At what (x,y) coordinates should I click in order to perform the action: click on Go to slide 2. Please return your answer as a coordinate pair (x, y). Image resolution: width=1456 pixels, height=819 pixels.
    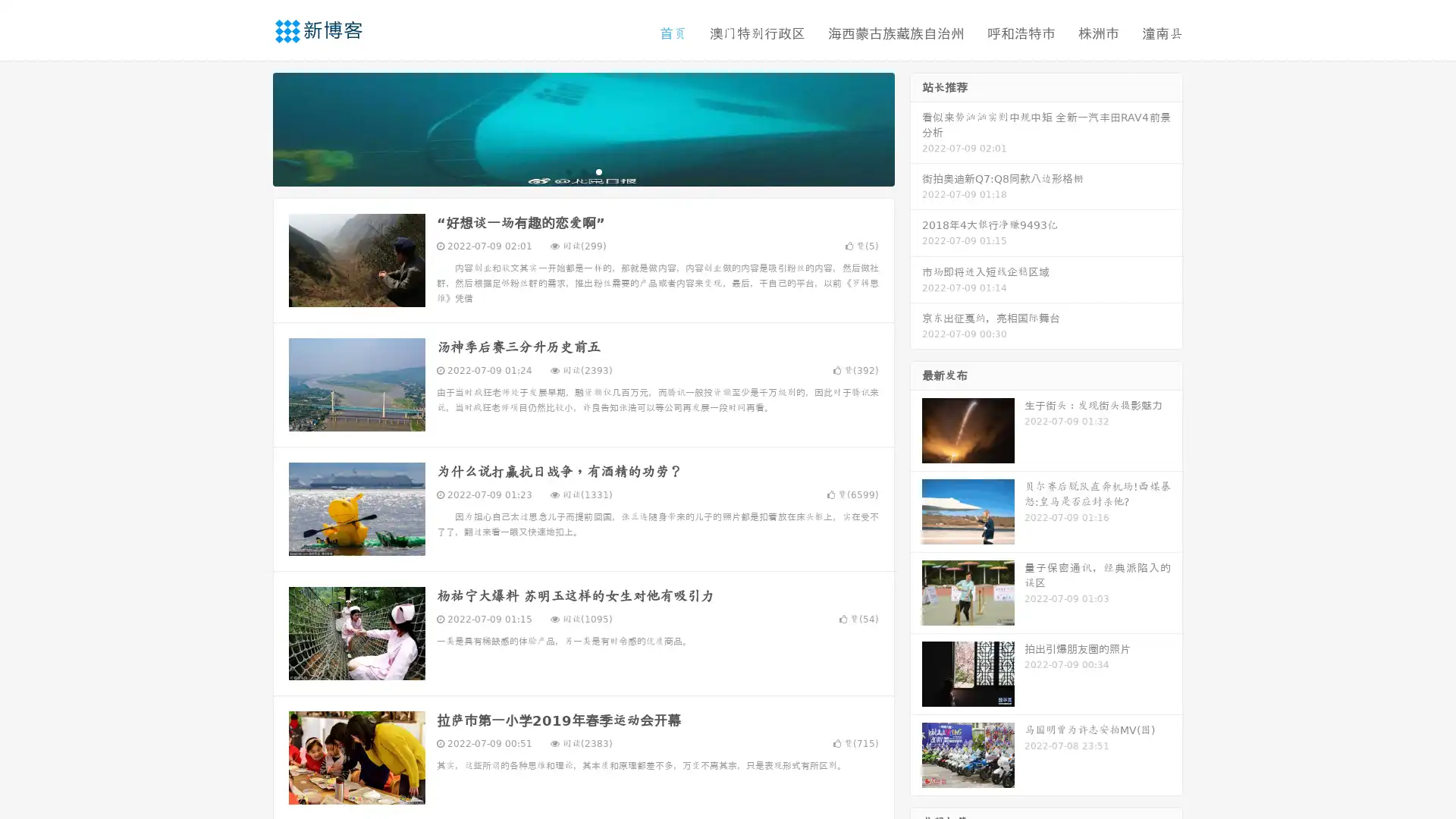
    Looking at the image, I should click on (582, 171).